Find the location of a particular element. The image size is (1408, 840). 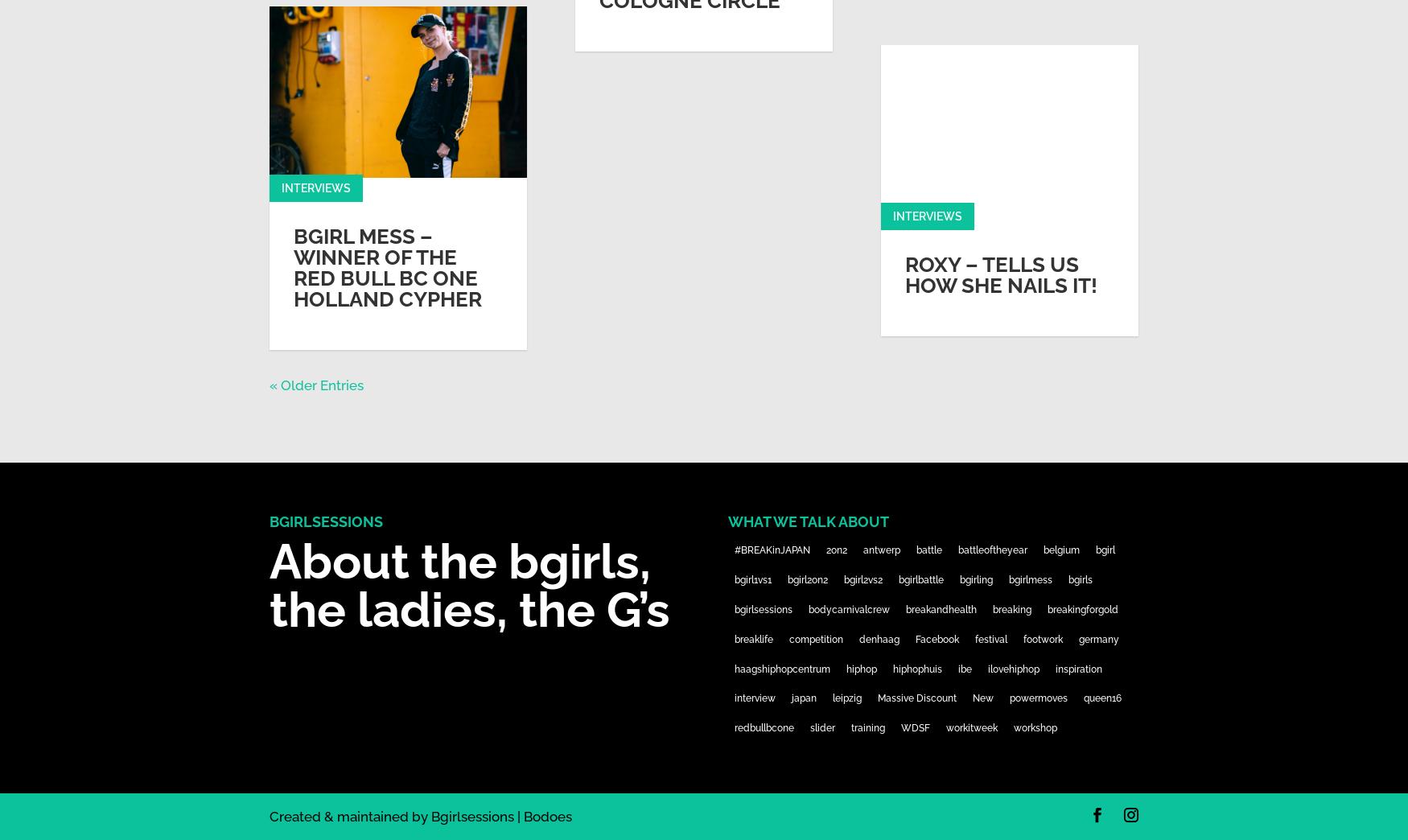

'footwork' is located at coordinates (1041, 637).